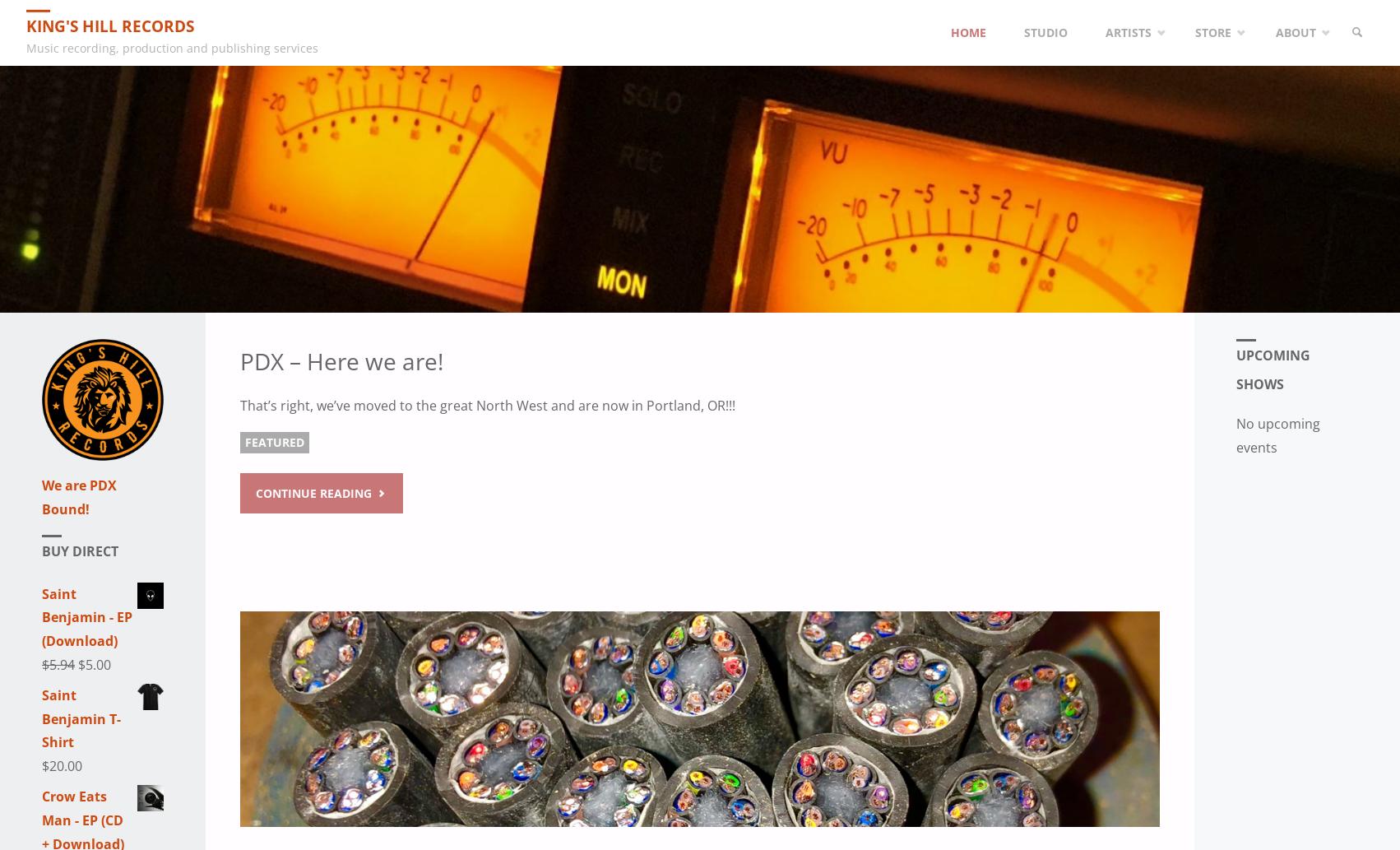  I want to click on 'That’s right, we’ve moved to the great North West and are now in Portland, OR!!!', so click(487, 405).